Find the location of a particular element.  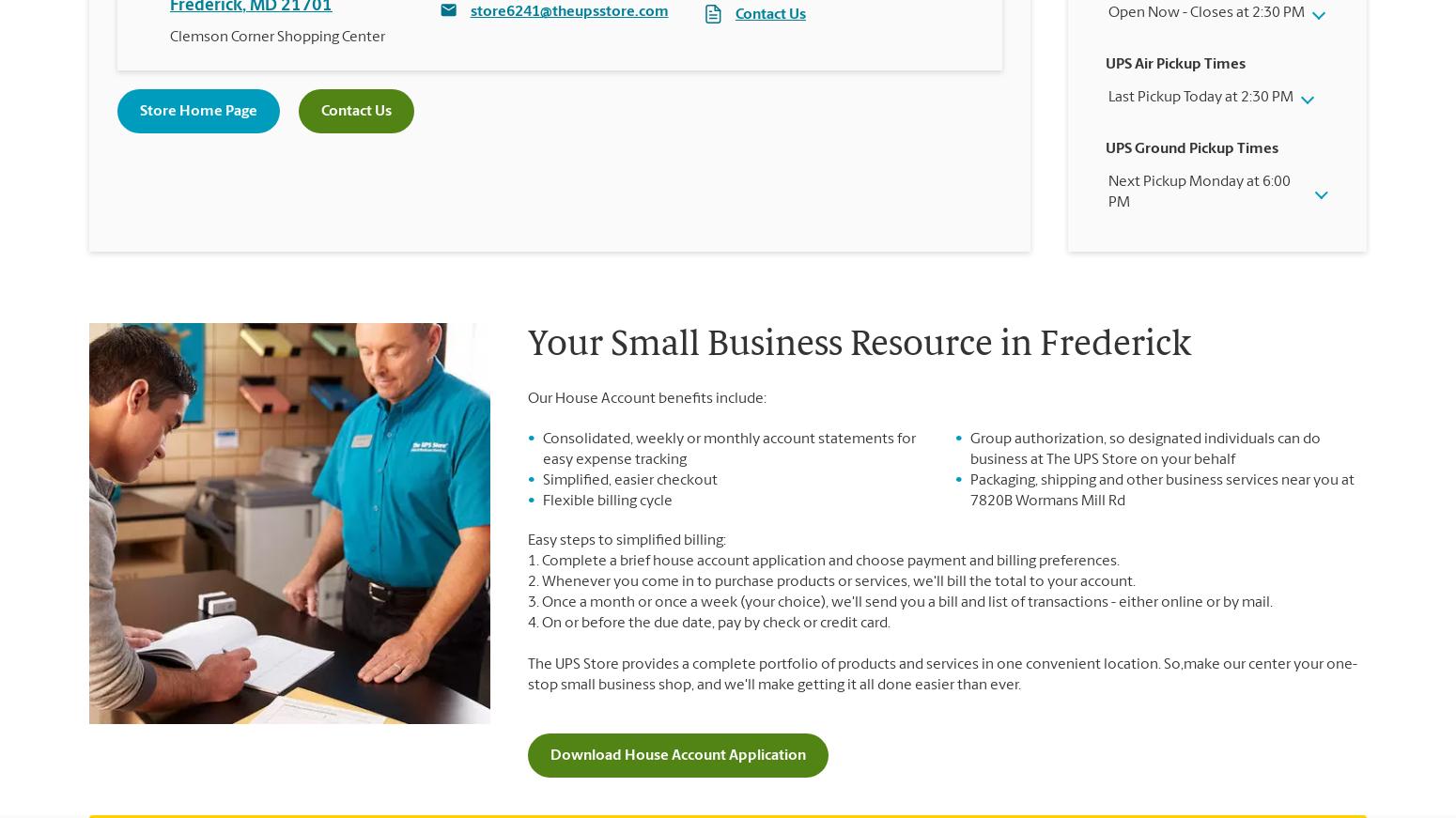

'Flexible billing cycle' is located at coordinates (606, 500).